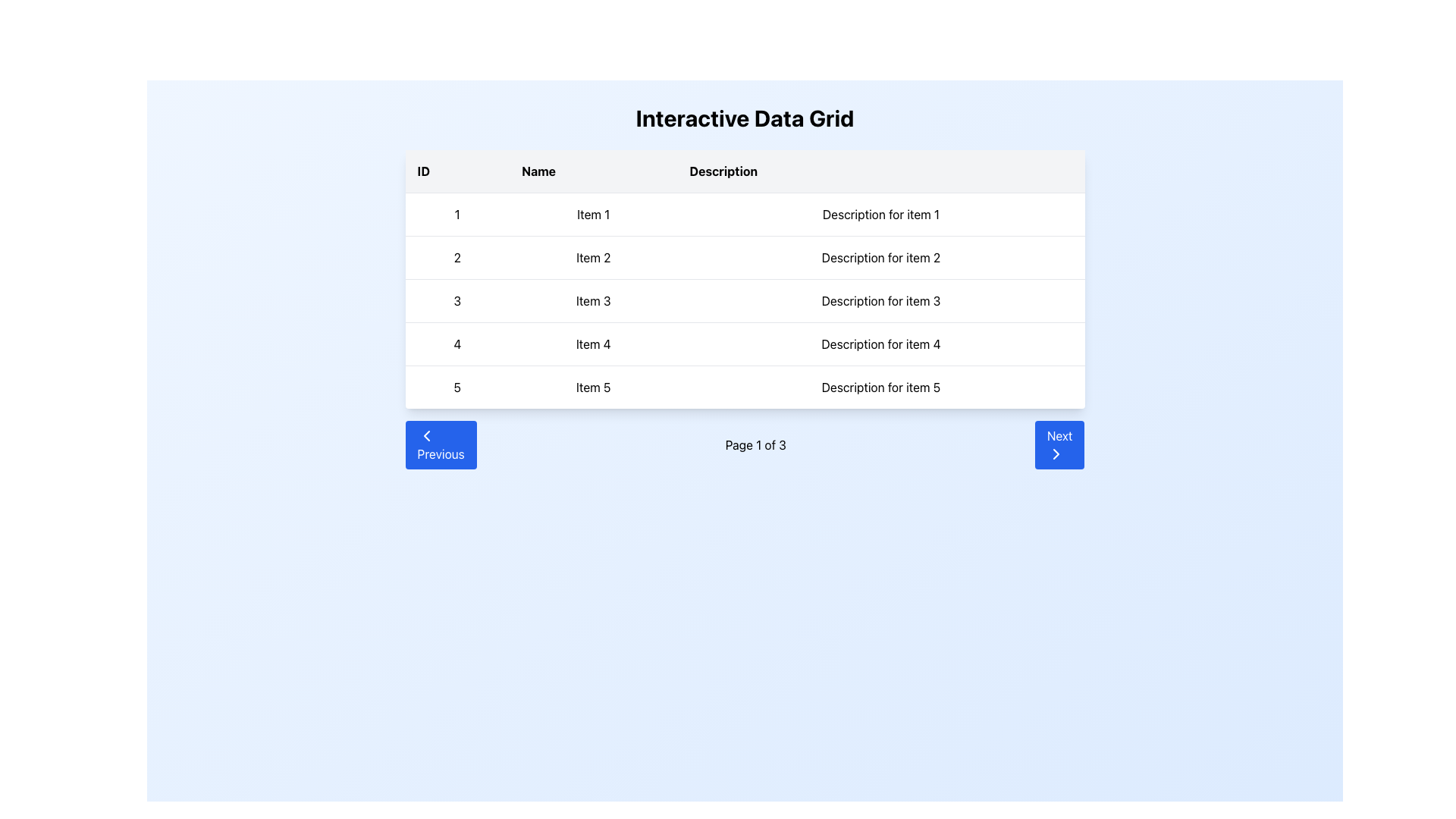 This screenshot has width=1456, height=819. Describe the element at coordinates (457, 386) in the screenshot. I see `the static text element displaying the character '5', which is located in the first column of the bottom row under the 'ID' heading in a table layout` at that location.